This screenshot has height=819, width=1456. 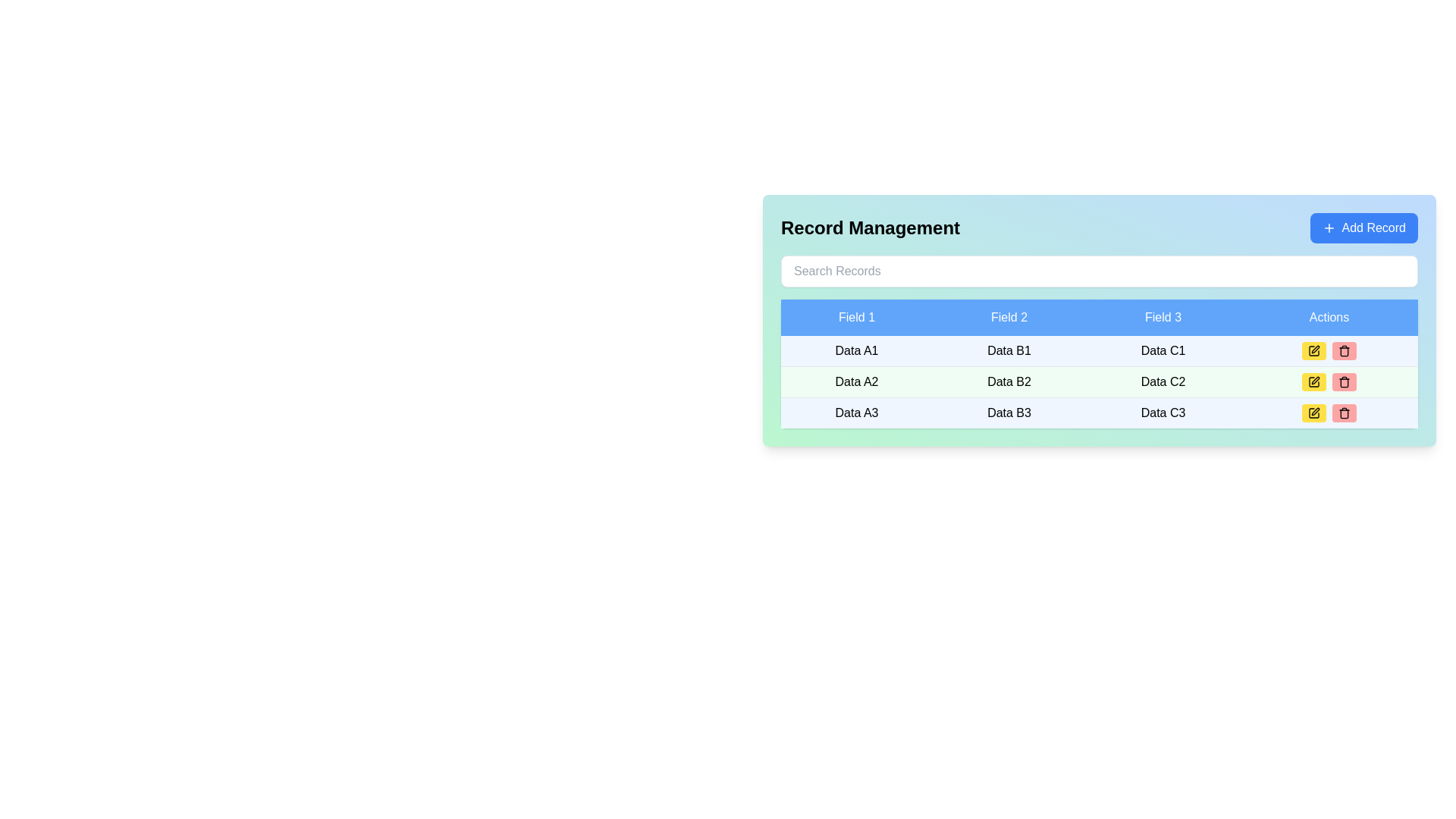 I want to click on the text label displaying 'Data B2' which is centrally positioned in the second column of the striped table layout, so click(x=1009, y=381).